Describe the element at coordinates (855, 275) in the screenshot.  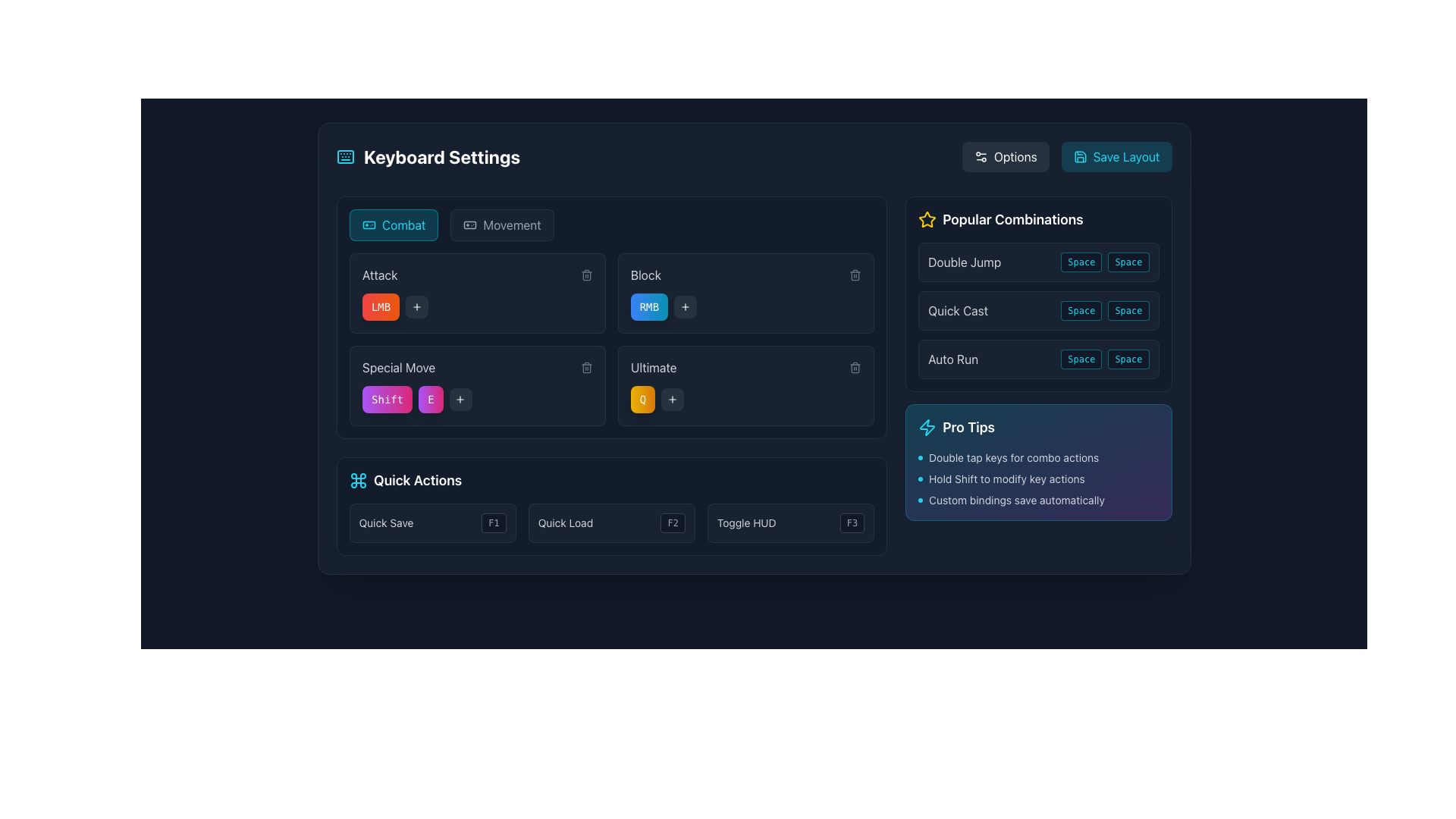
I see `the delete button for the 'Block' keyboard action located on the rightmost side beside the 'RMB' button` at that location.